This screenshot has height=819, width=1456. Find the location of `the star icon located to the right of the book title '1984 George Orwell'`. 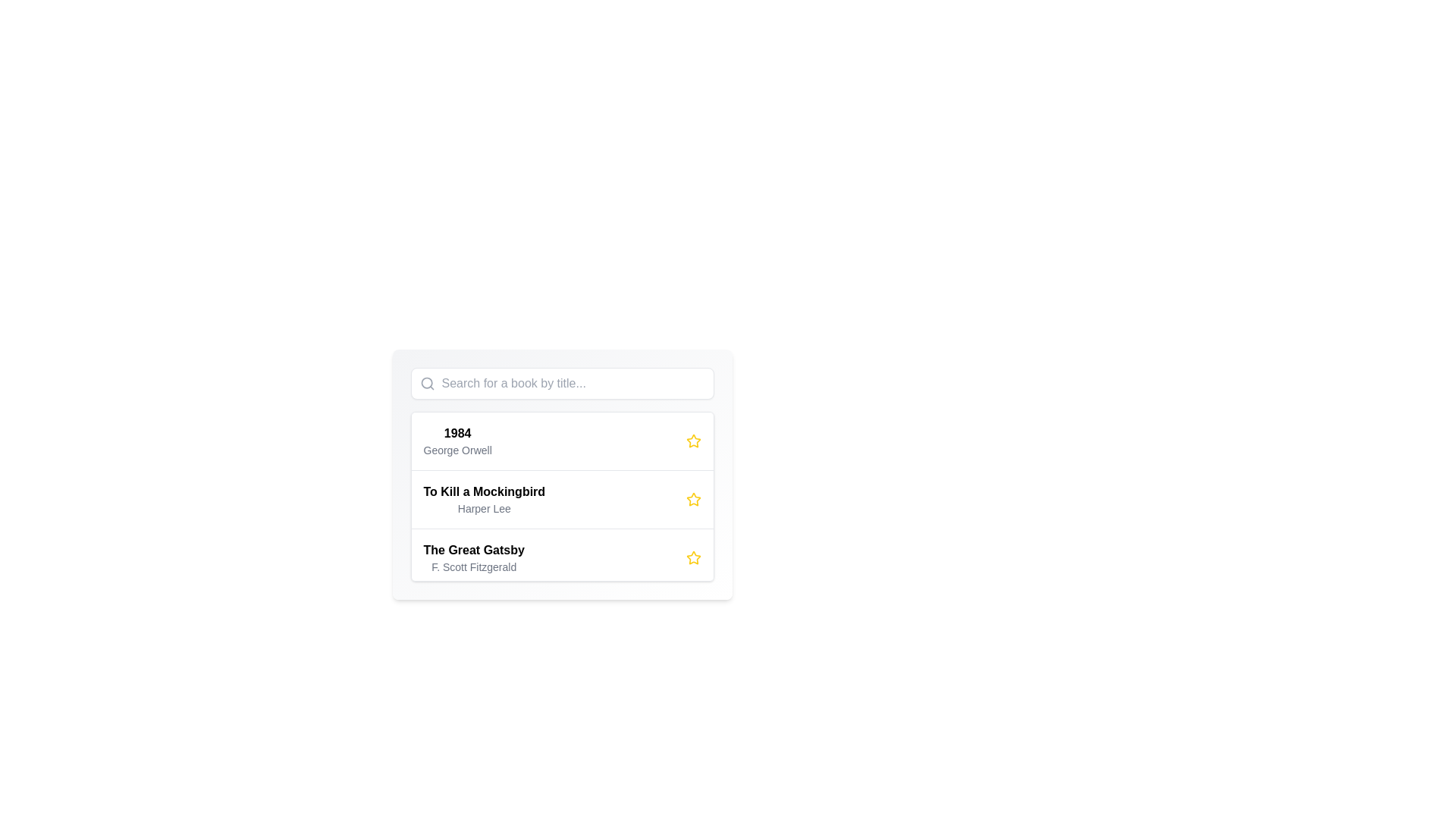

the star icon located to the right of the book title '1984 George Orwell' is located at coordinates (692, 441).